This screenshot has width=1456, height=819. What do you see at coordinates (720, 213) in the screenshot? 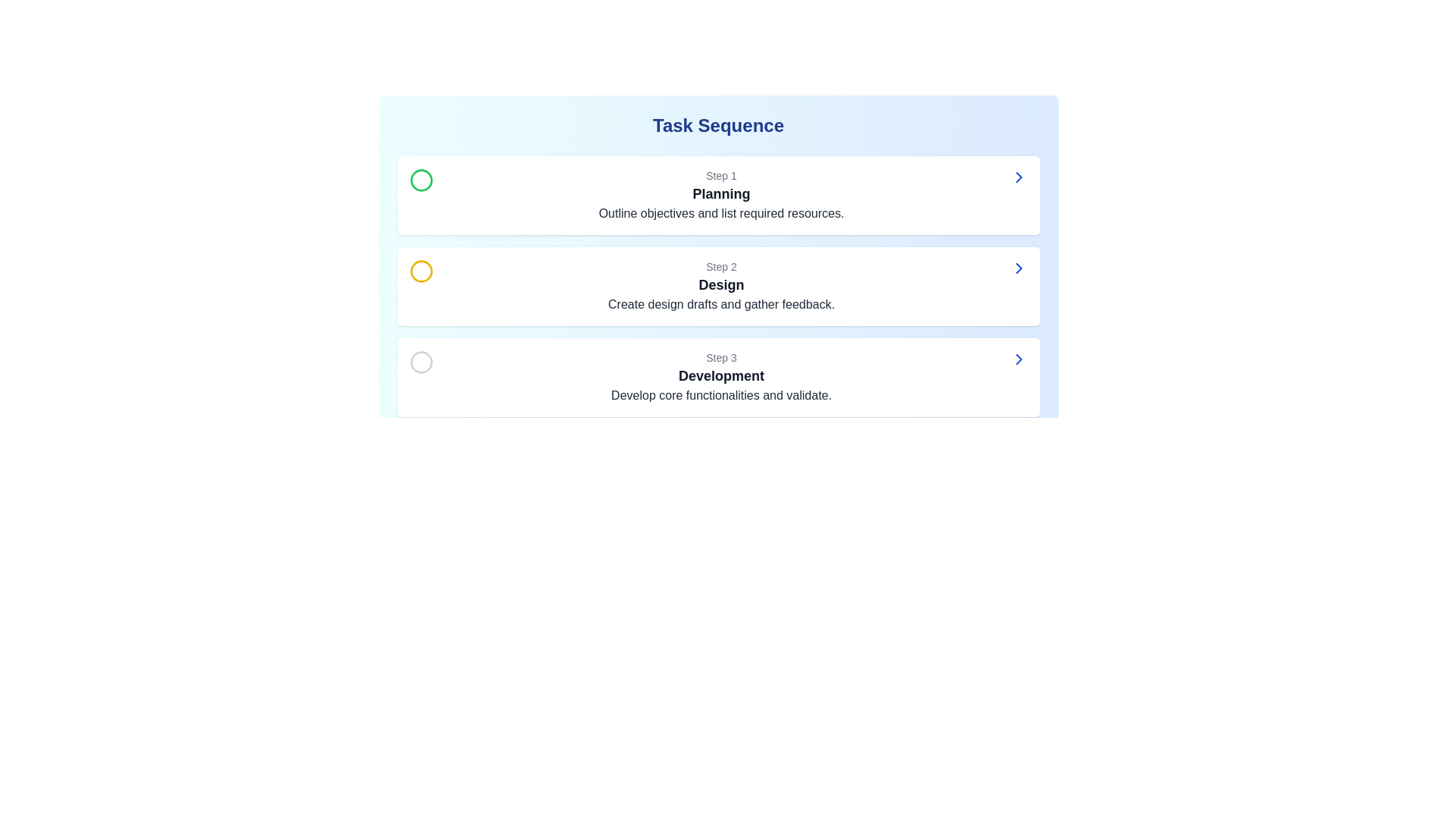
I see `the text block that states 'Outline objectives and list required resources.', which is styled with a gray font beneath the 'Planning' header` at bounding box center [720, 213].